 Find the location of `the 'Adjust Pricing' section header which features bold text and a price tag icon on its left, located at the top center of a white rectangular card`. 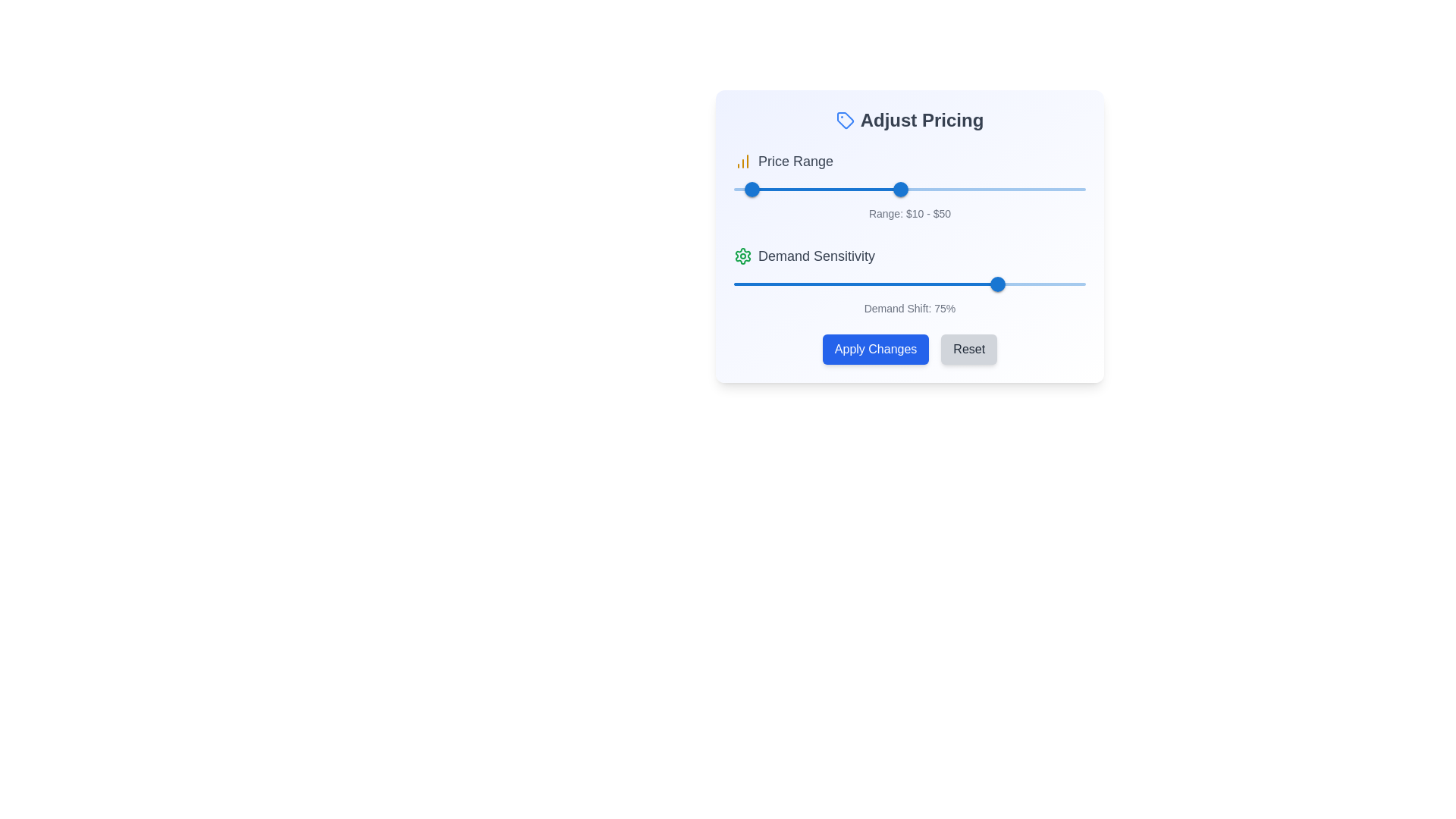

the 'Adjust Pricing' section header which features bold text and a price tag icon on its left, located at the top center of a white rectangular card is located at coordinates (910, 119).